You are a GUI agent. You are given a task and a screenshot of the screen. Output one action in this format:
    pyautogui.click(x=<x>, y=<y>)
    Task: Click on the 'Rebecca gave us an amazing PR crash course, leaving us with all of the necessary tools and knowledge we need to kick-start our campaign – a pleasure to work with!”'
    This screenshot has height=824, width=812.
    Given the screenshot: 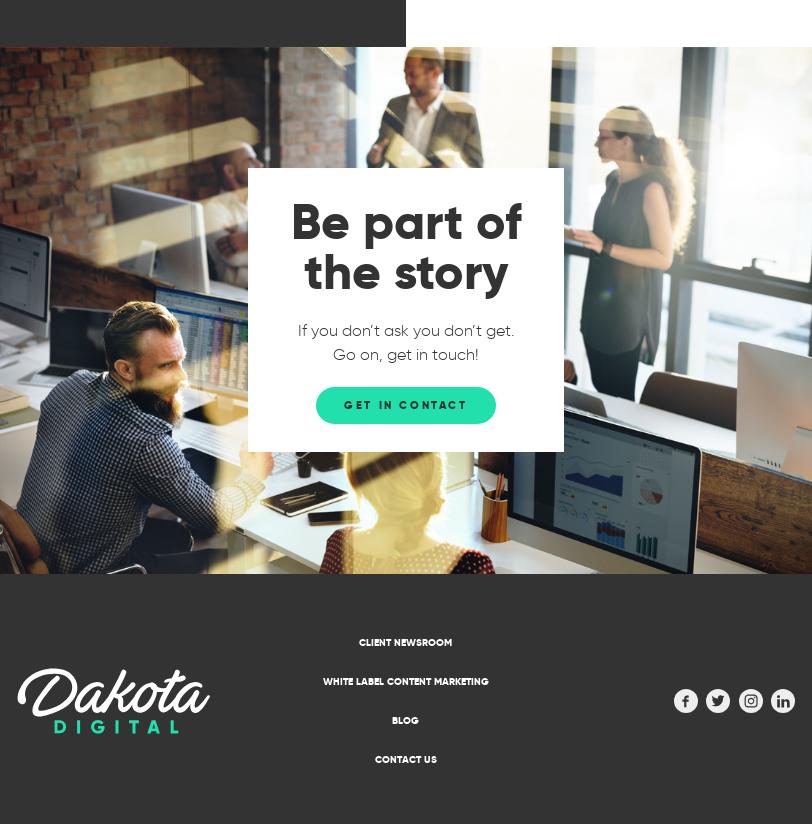 What is the action you would take?
    pyautogui.click(x=618, y=135)
    